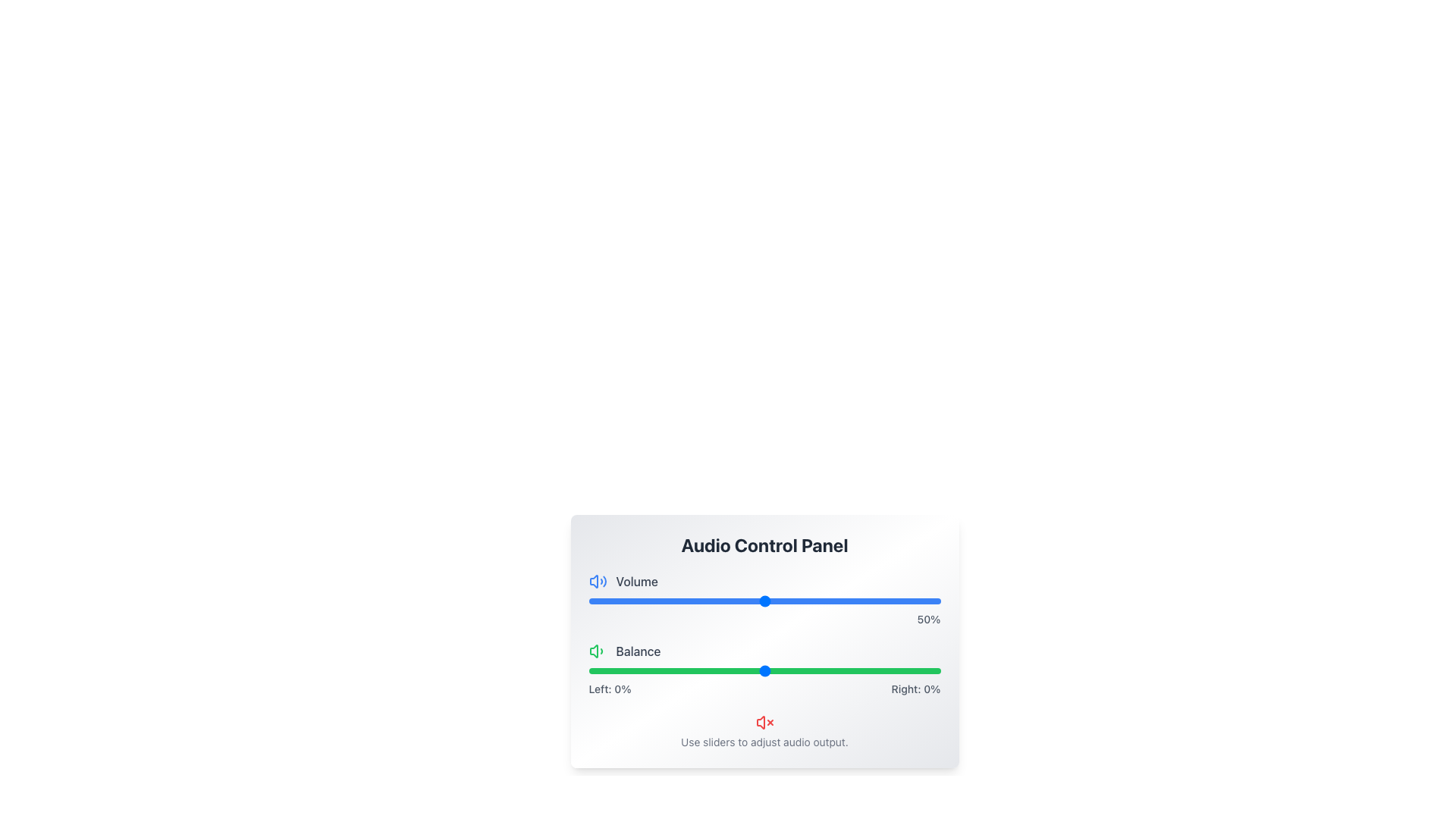 This screenshot has height=819, width=1456. Describe the element at coordinates (915, 689) in the screenshot. I see `the static text label displaying the balance percentage for the right channel of the audio output, located at the bottom-right of the interface` at that location.